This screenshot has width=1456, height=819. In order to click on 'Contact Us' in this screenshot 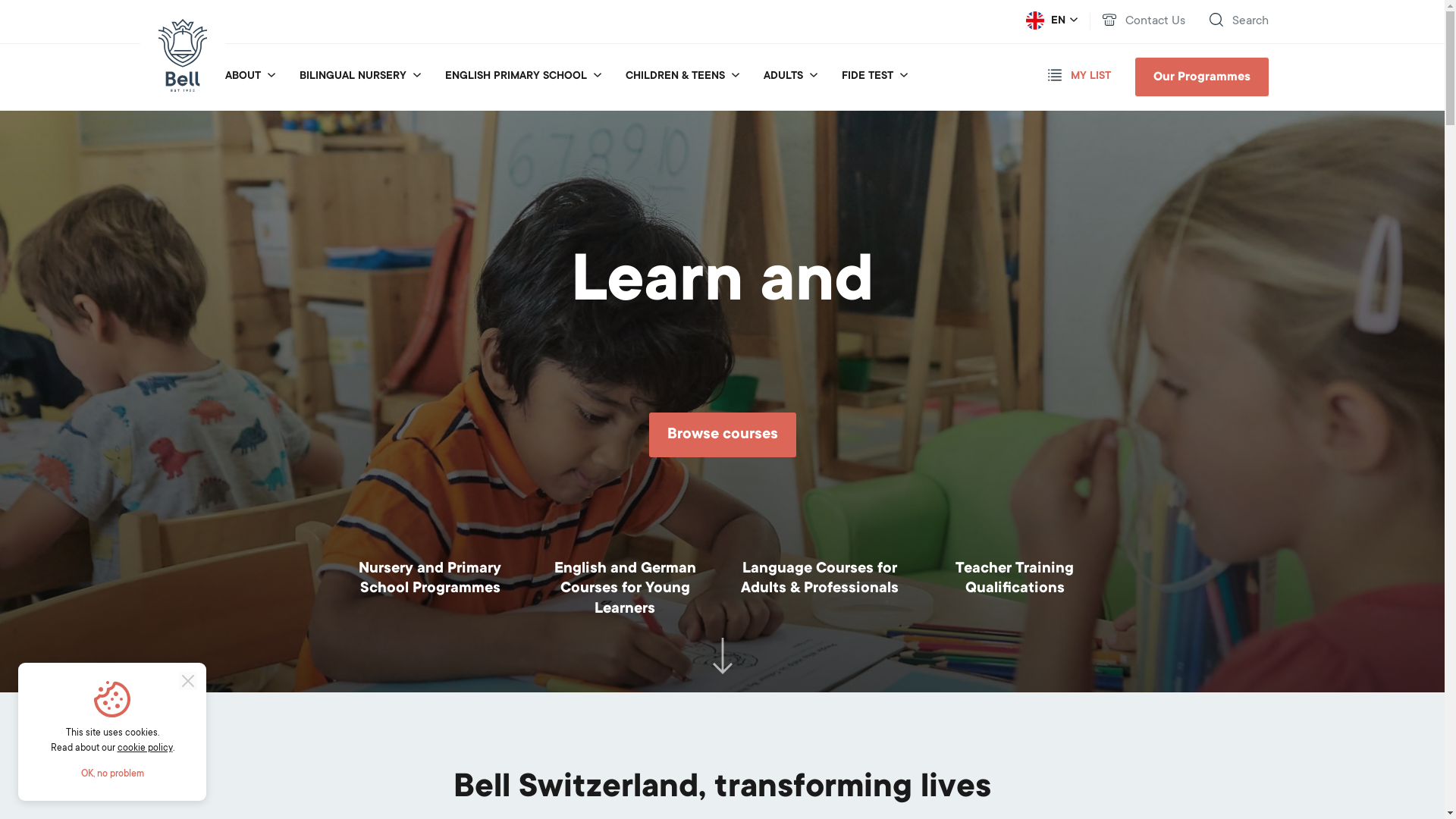, I will do `click(1144, 21)`.